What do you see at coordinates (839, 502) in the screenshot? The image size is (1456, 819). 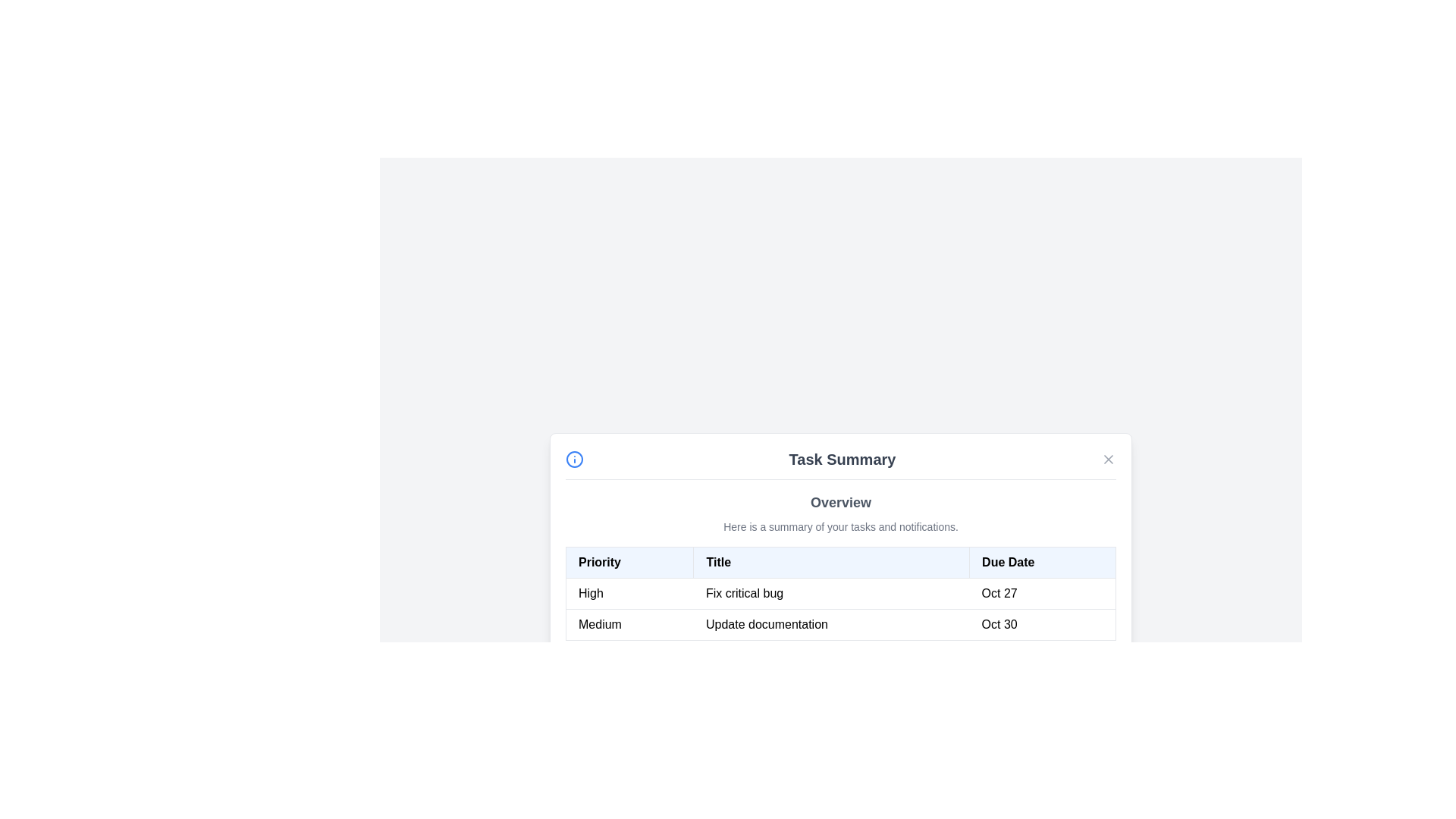 I see `the bolded text label reading 'Overview', which is styled in dark gray and serves as a section header in the task summary interface` at bounding box center [839, 502].